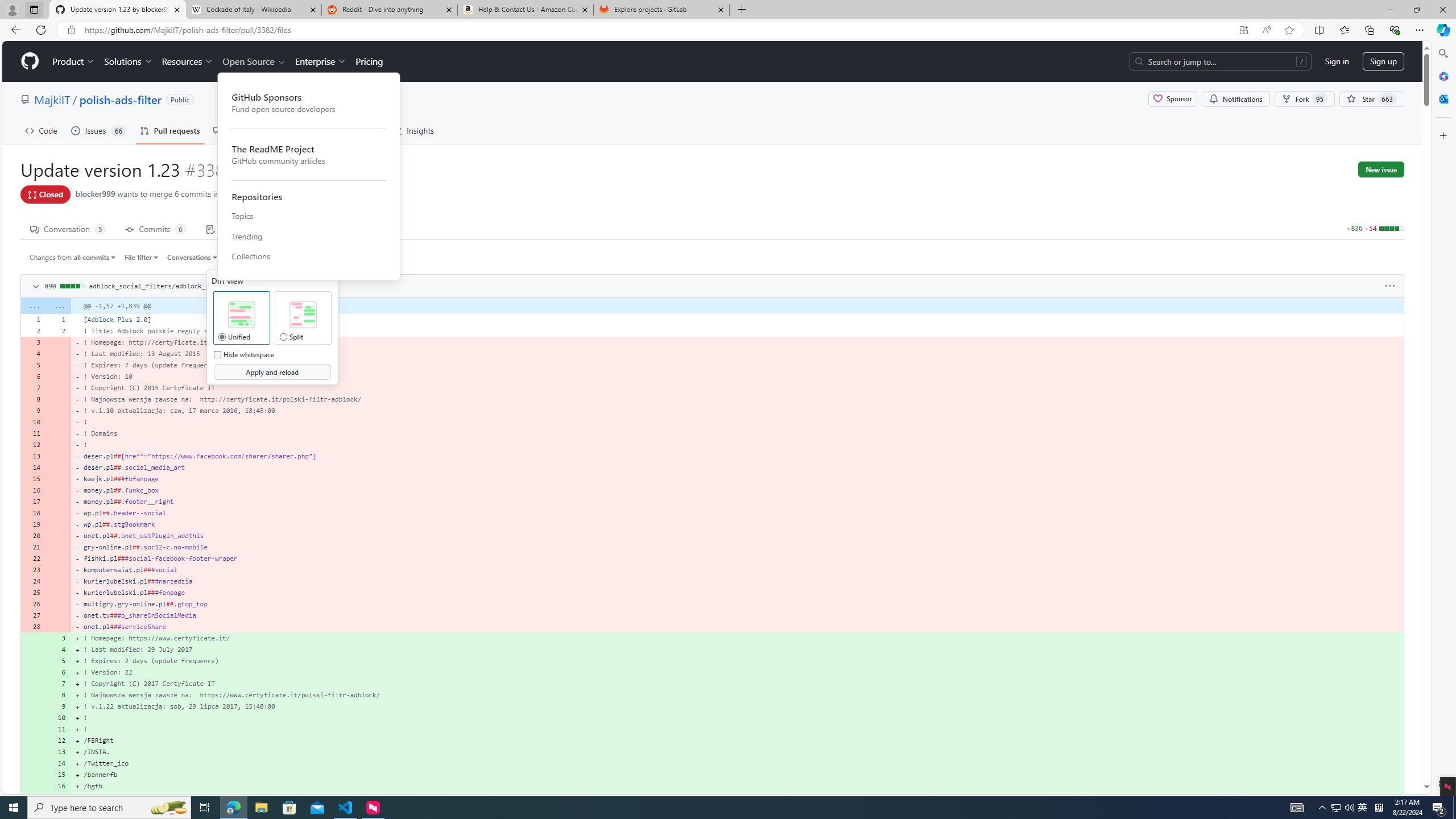 The width and height of the screenshot is (1456, 819). What do you see at coordinates (526, 9) in the screenshot?
I see `'Help & Contact Us - Amazon Customer Service'` at bounding box center [526, 9].